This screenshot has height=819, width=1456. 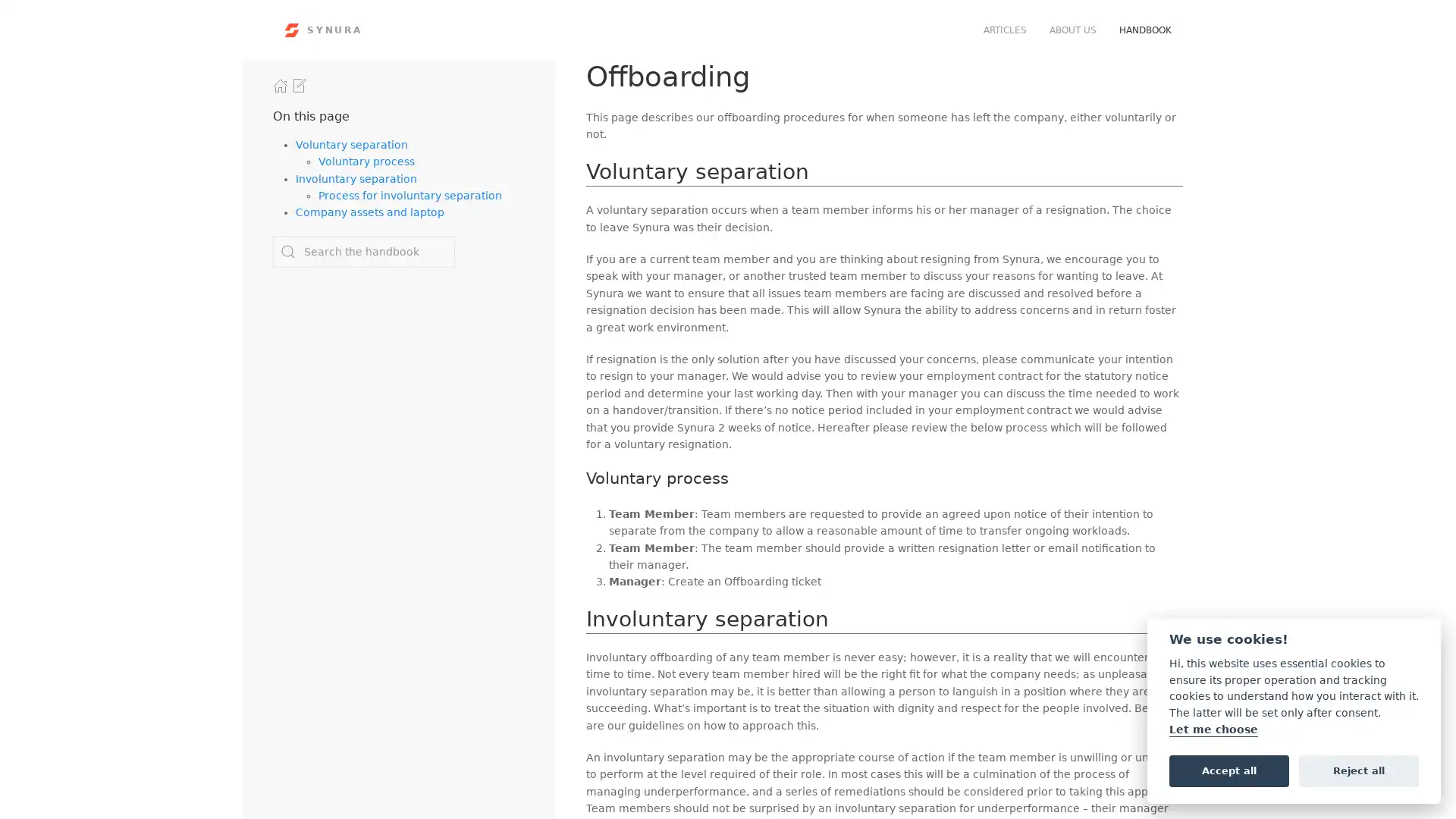 I want to click on Accept all, so click(x=1228, y=770).